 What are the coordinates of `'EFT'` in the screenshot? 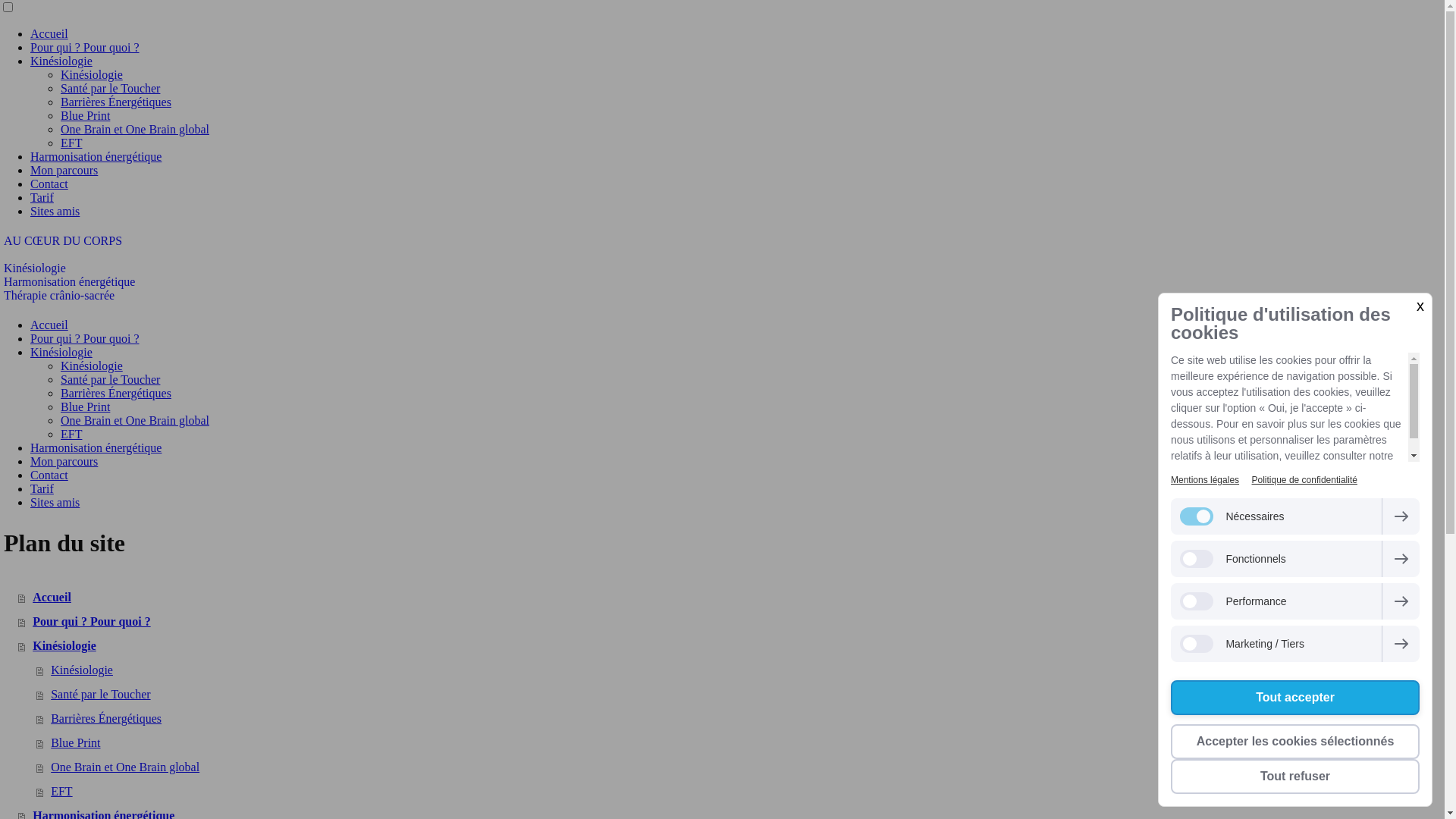 It's located at (36, 791).